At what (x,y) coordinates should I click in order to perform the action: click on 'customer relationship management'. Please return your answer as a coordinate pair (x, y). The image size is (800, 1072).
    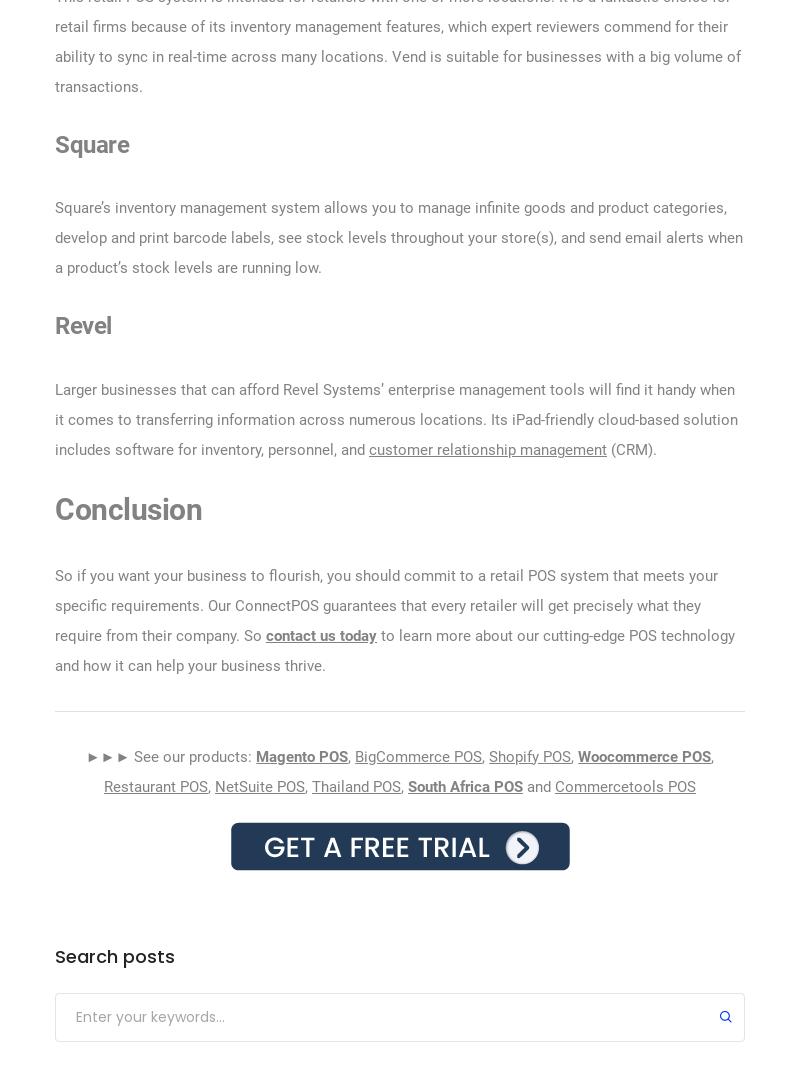
    Looking at the image, I should click on (488, 449).